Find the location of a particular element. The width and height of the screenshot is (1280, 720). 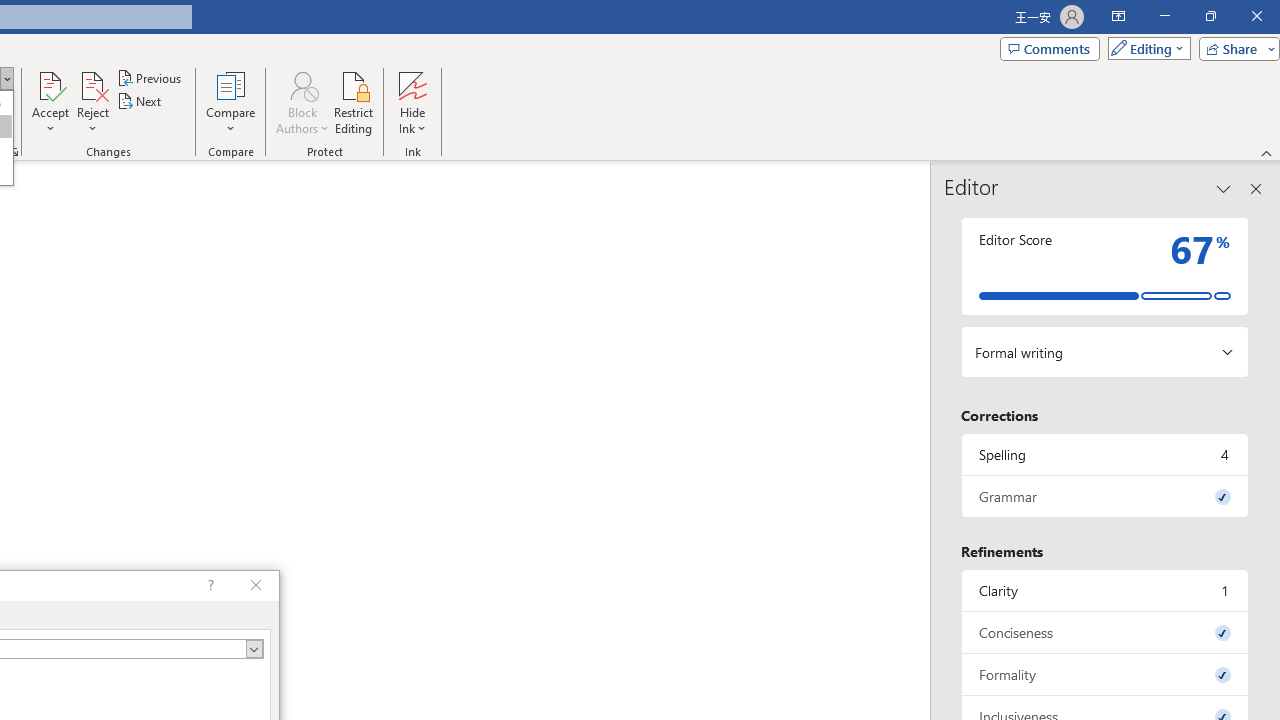

'Context help' is located at coordinates (209, 585).